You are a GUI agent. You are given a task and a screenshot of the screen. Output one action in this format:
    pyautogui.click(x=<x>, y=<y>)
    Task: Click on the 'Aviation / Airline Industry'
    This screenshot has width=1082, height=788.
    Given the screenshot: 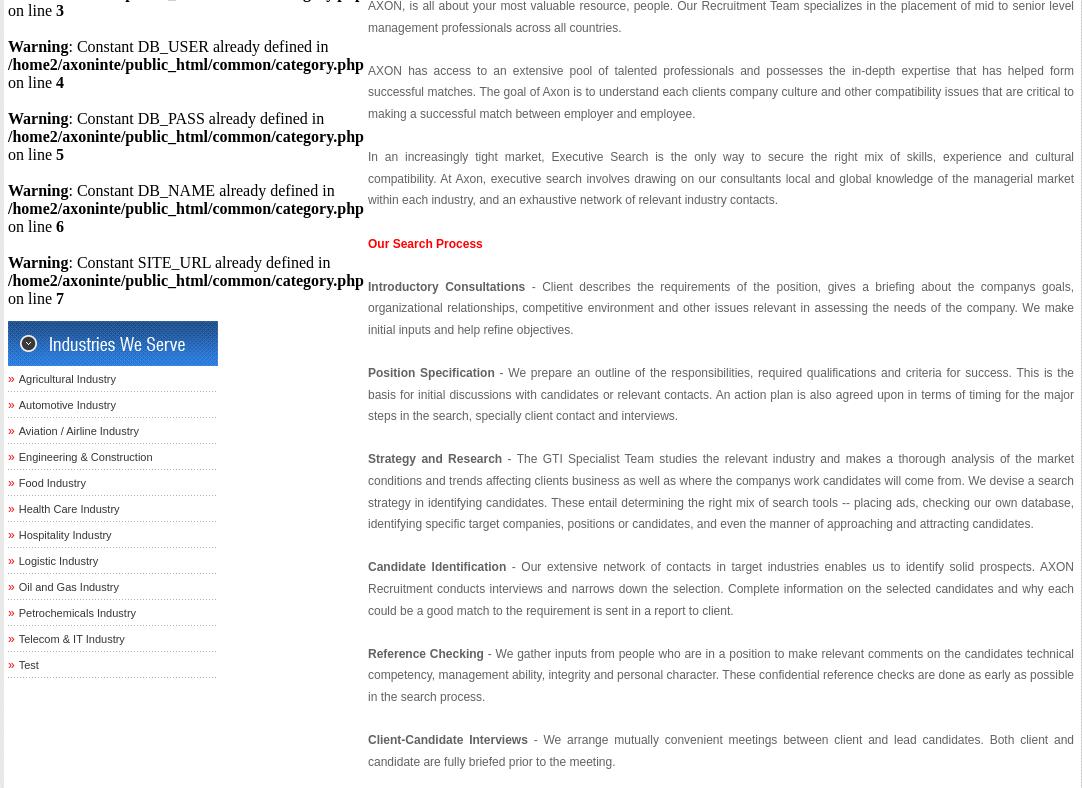 What is the action you would take?
    pyautogui.click(x=17, y=430)
    